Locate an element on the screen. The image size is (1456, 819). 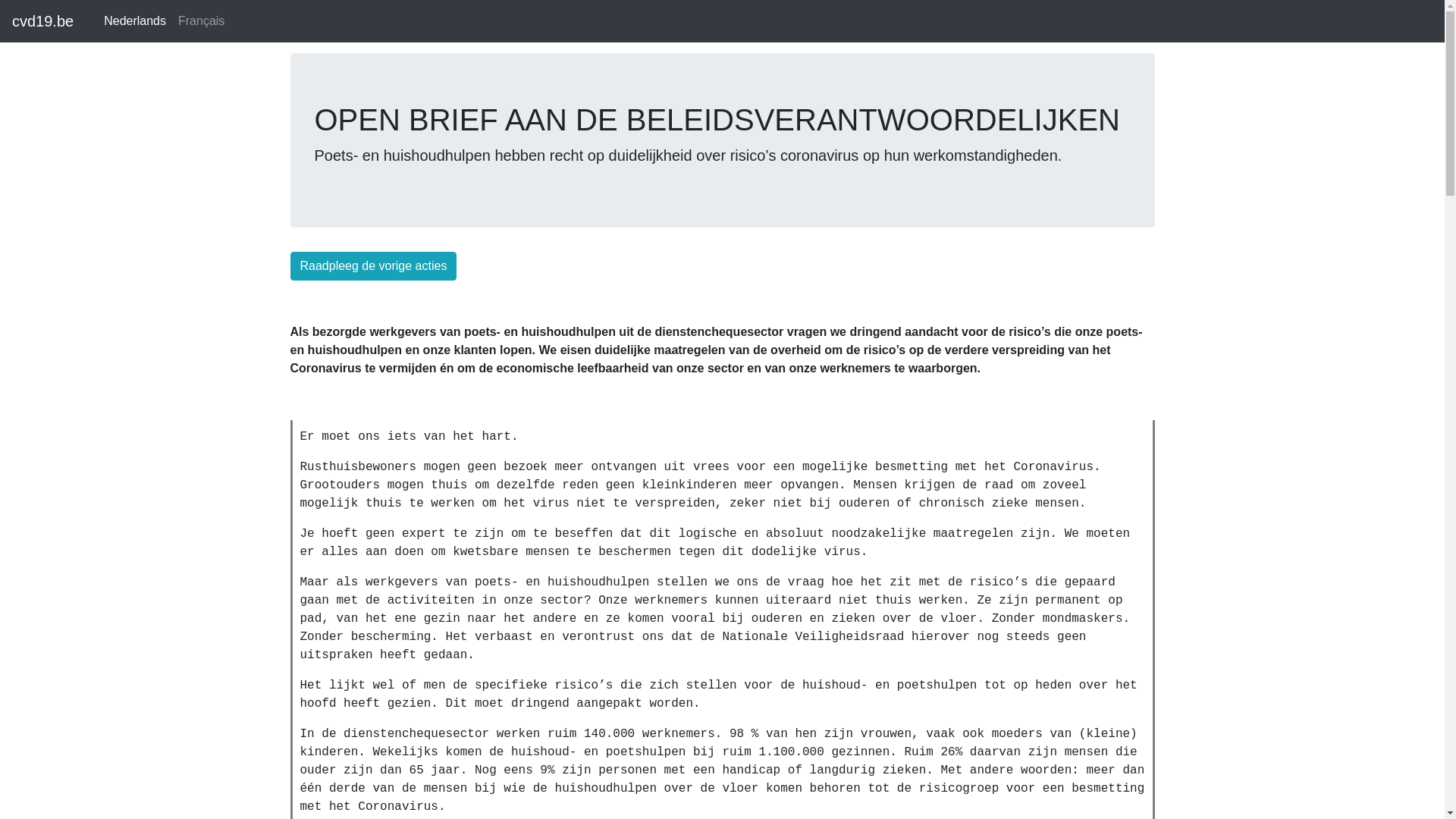
'cvd19.be' is located at coordinates (42, 20).